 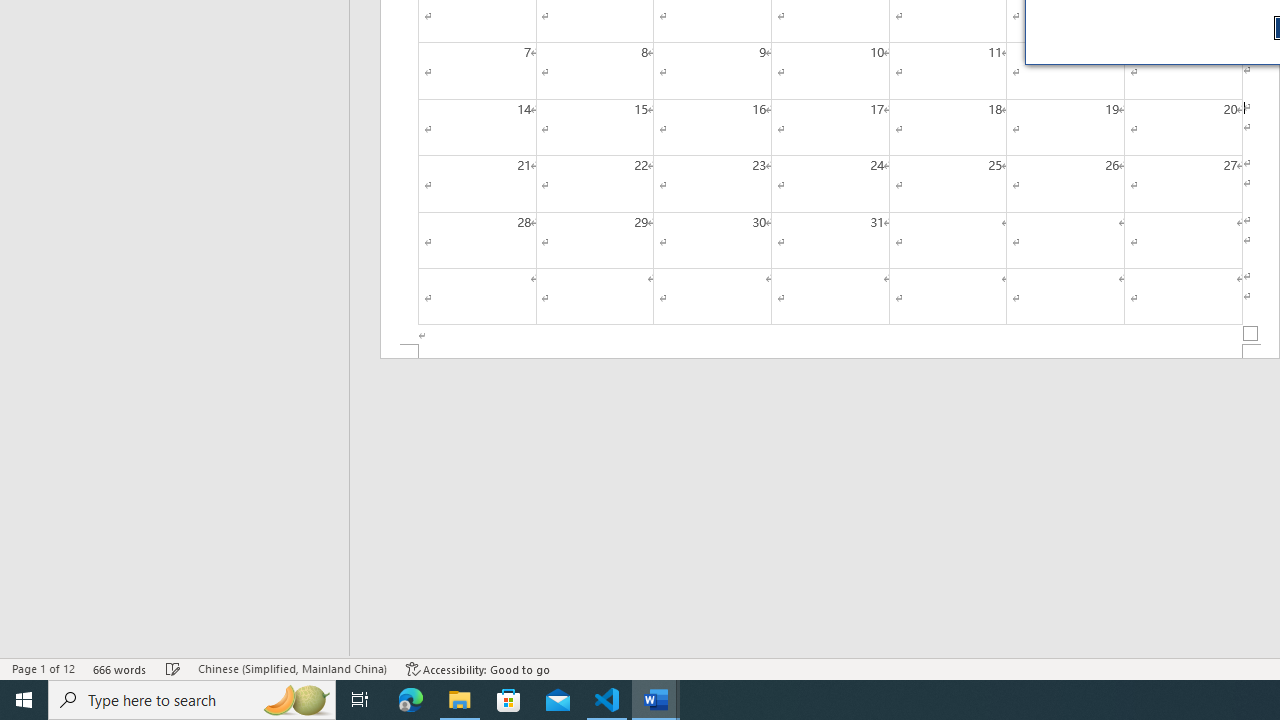 What do you see at coordinates (294, 698) in the screenshot?
I see `'Search highlights icon opens search home window'` at bounding box center [294, 698].